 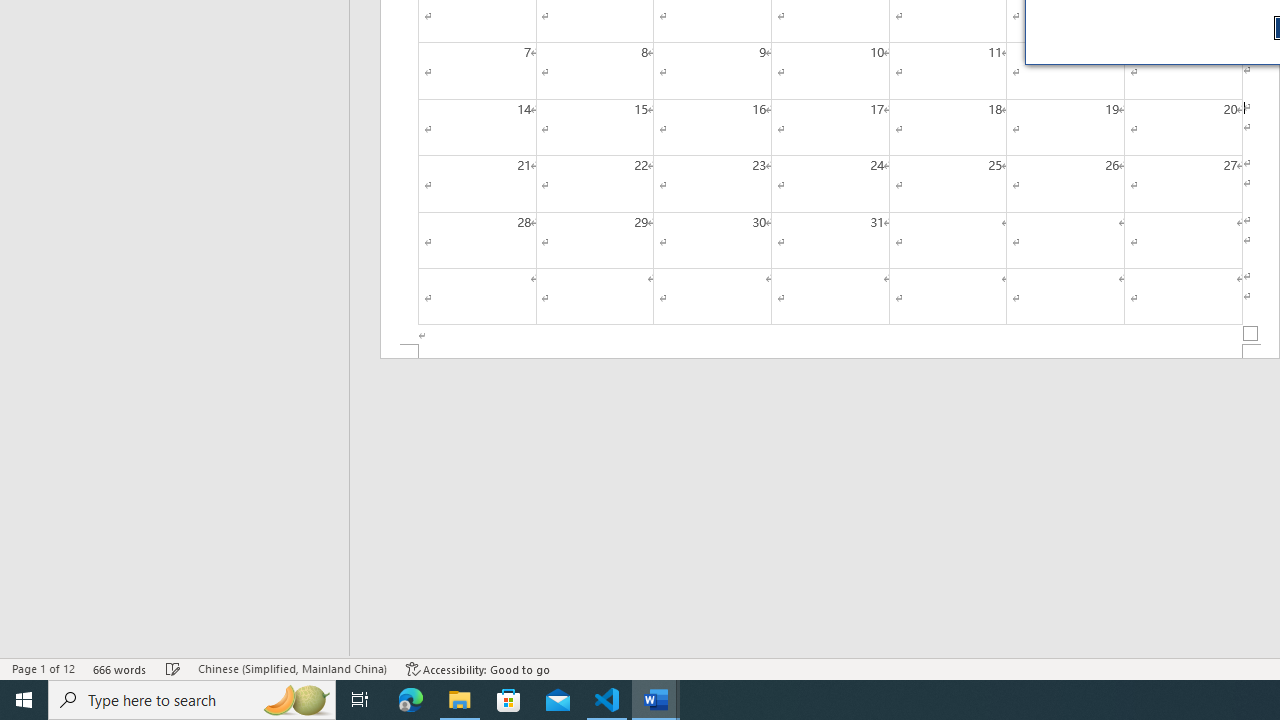 What do you see at coordinates (294, 698) in the screenshot?
I see `'Search highlights icon opens search home window'` at bounding box center [294, 698].